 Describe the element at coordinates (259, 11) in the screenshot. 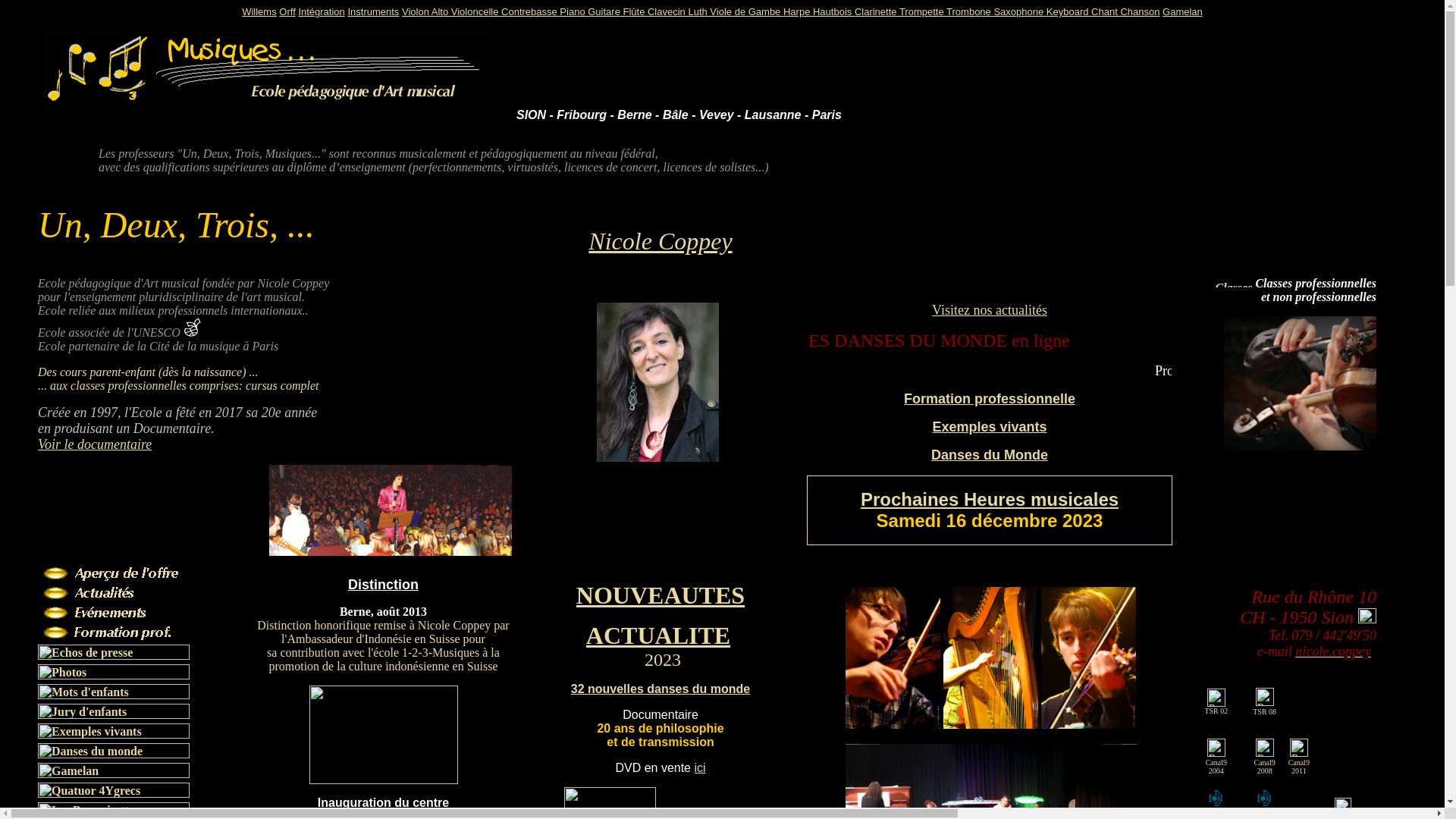

I see `'Willems'` at that location.